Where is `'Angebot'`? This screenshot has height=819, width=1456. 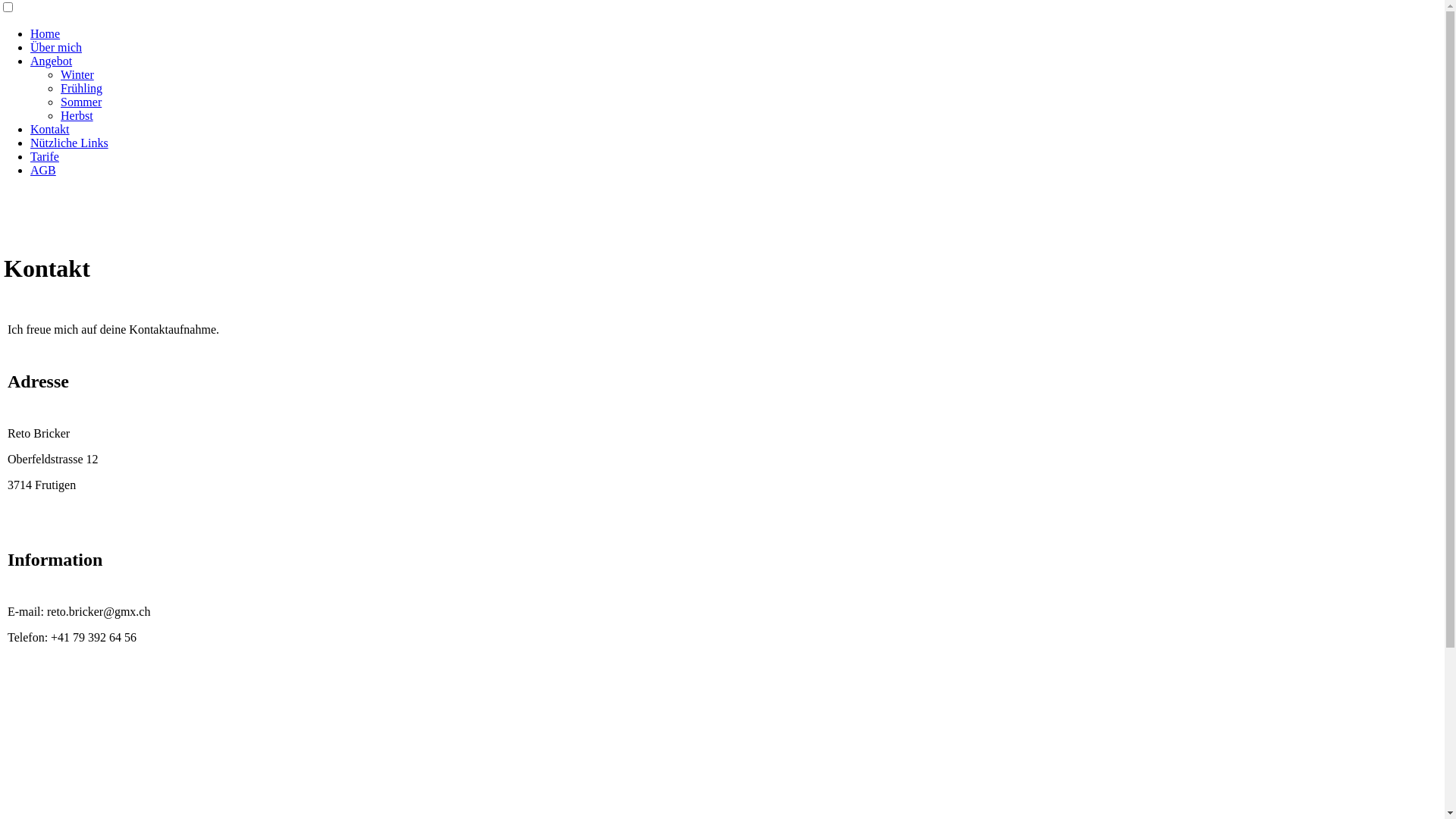
'Angebot' is located at coordinates (51, 60).